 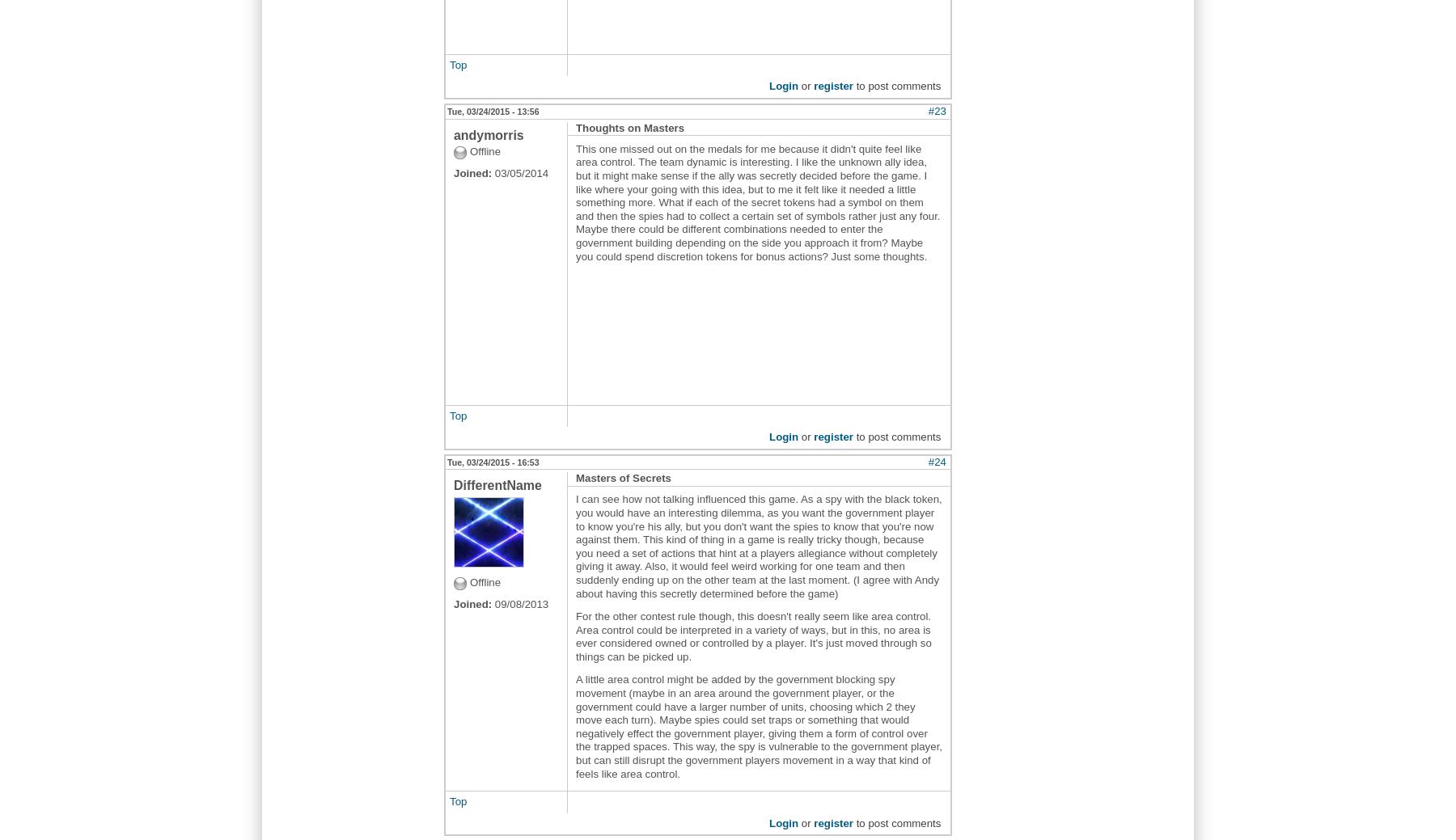 I want to click on 'Tue, 03/24/2015 - 16:53', so click(x=493, y=462).